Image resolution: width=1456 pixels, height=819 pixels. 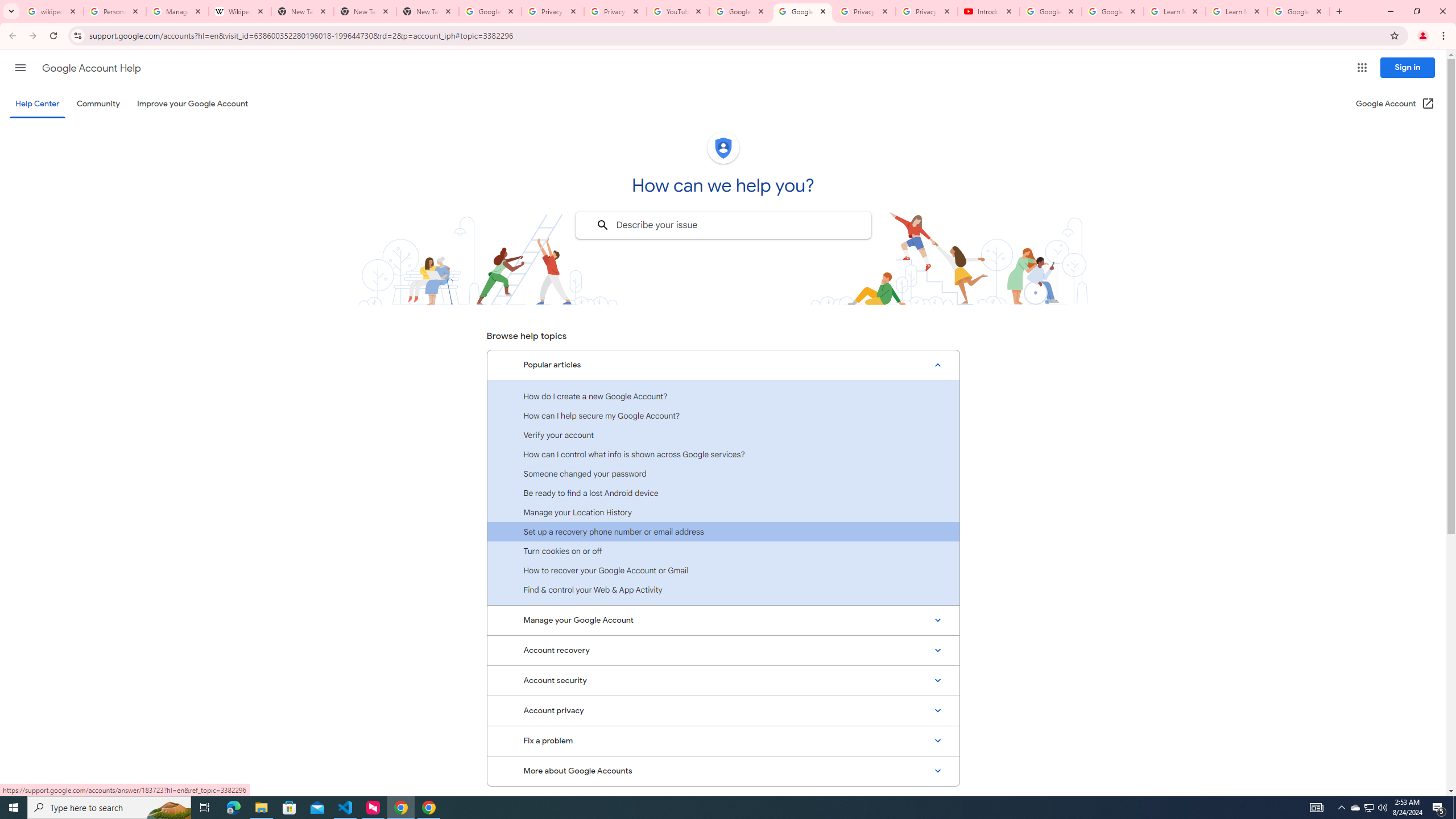 What do you see at coordinates (723, 551) in the screenshot?
I see `'Turn cookies on or off'` at bounding box center [723, 551].